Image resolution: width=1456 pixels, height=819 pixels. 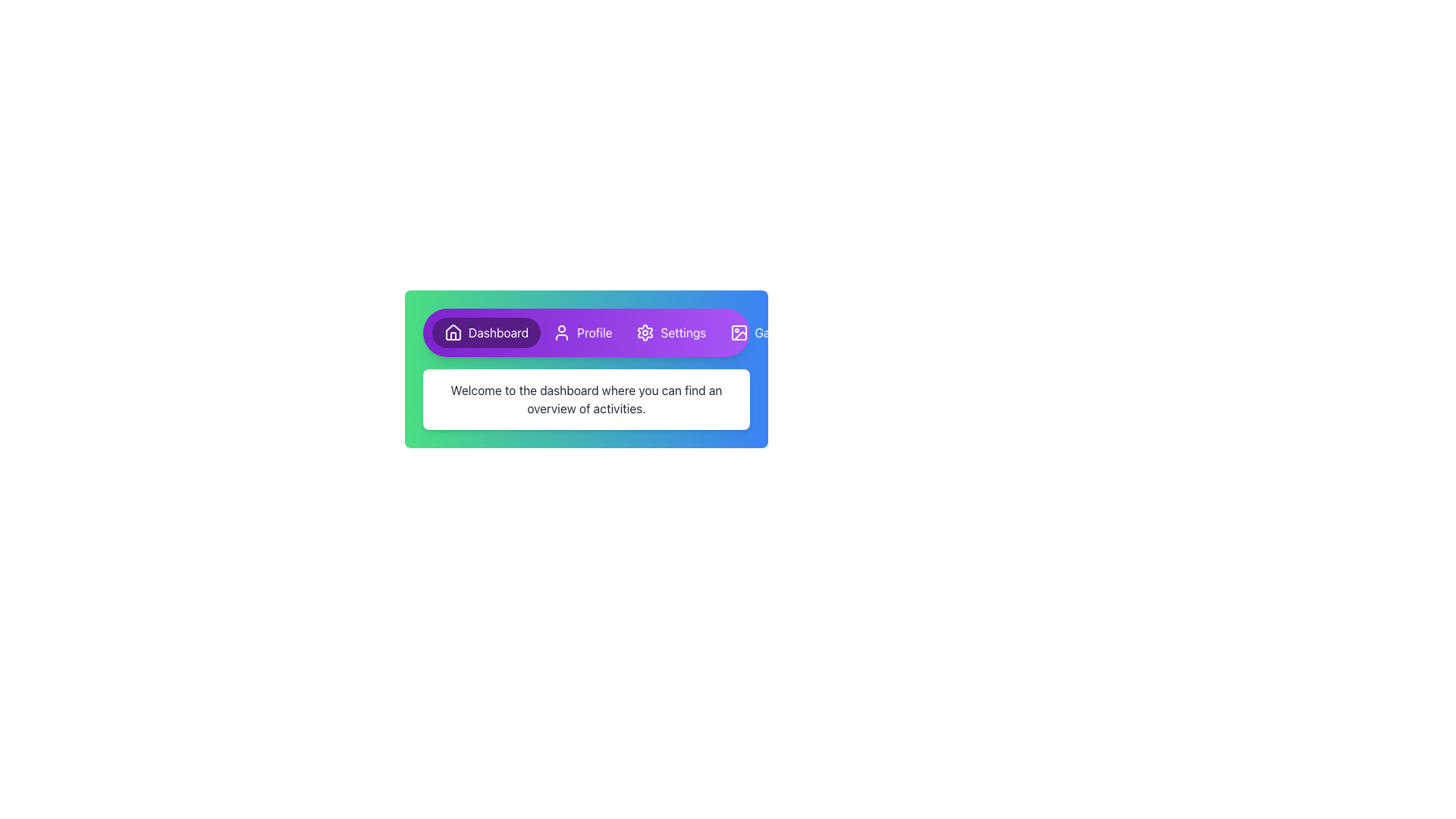 I want to click on the second button in the navigation bar, so click(x=582, y=332).